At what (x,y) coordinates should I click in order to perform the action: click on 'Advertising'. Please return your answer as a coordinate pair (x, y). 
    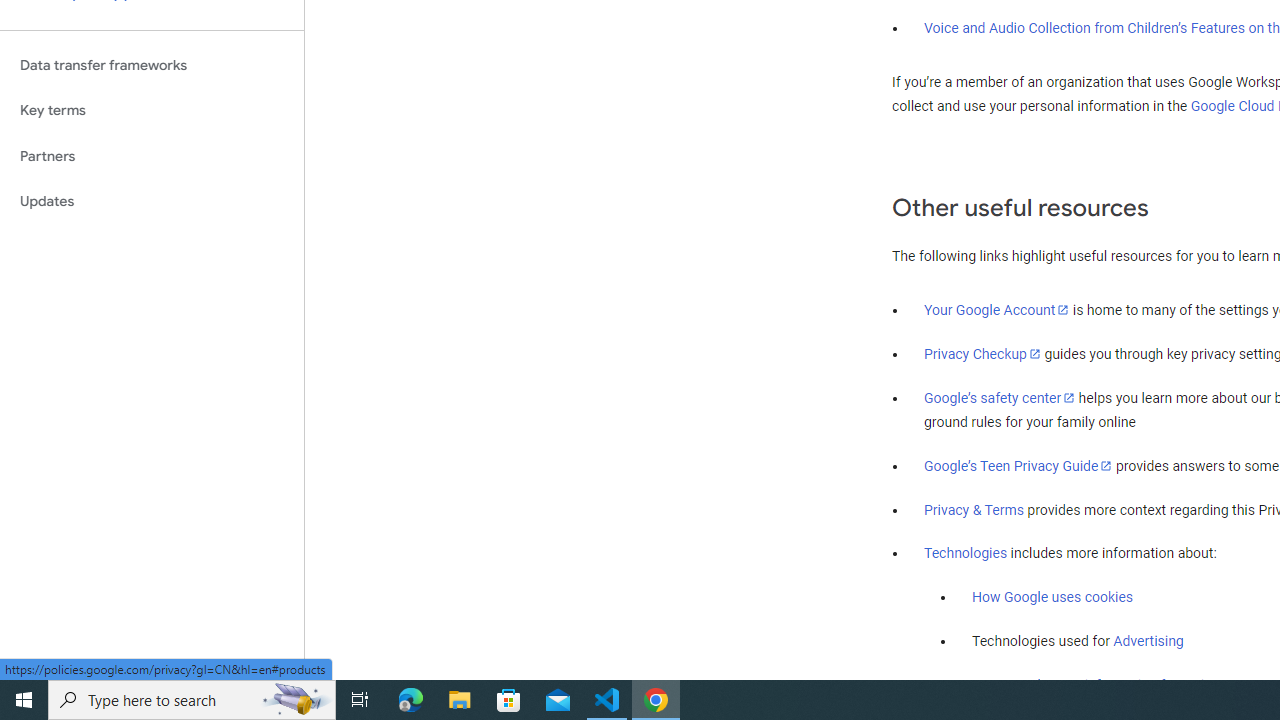
    Looking at the image, I should click on (1148, 641).